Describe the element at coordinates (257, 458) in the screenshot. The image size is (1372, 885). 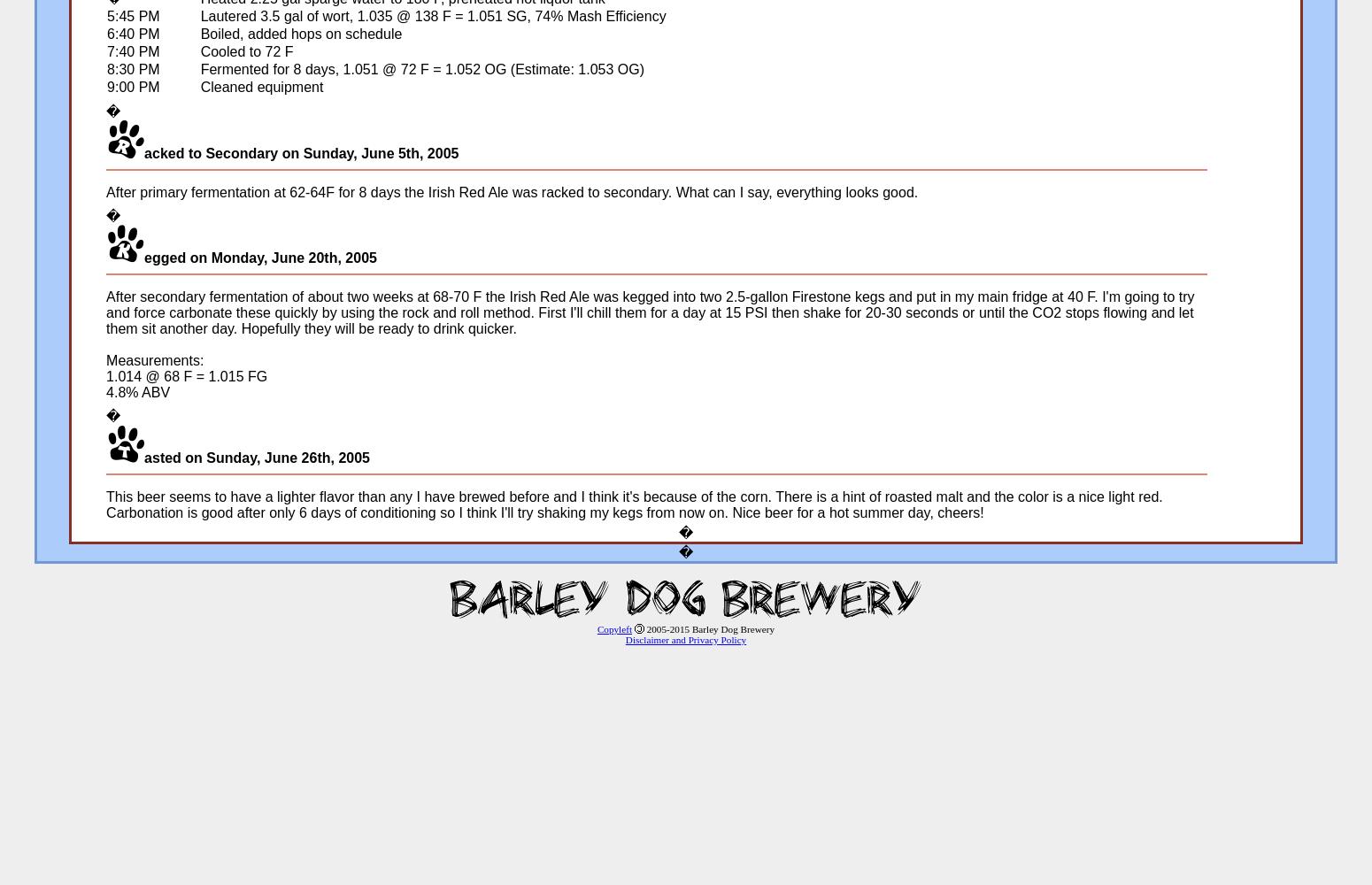
I see `'asted on Sunday, June 26th, 2005'` at that location.